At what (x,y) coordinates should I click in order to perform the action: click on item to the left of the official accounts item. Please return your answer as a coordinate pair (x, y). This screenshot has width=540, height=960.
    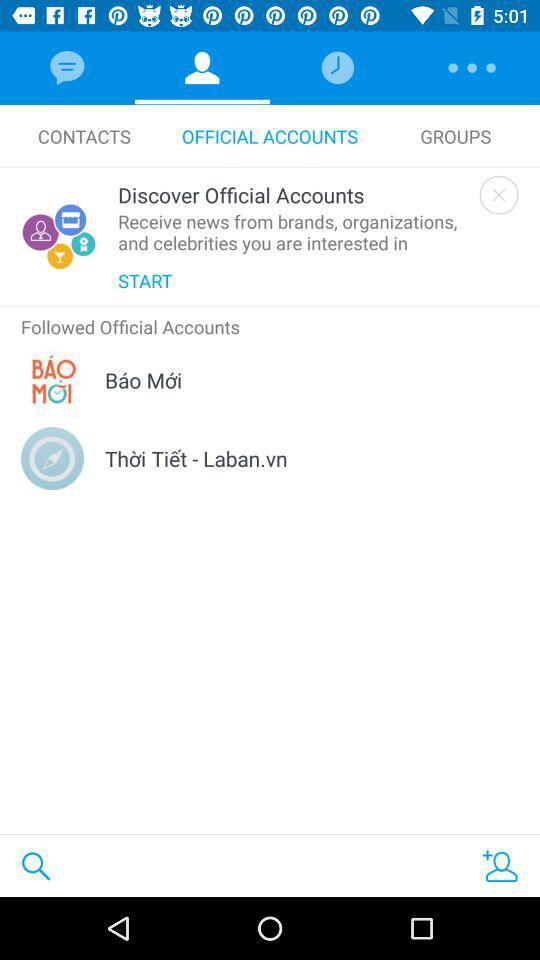
    Looking at the image, I should click on (83, 135).